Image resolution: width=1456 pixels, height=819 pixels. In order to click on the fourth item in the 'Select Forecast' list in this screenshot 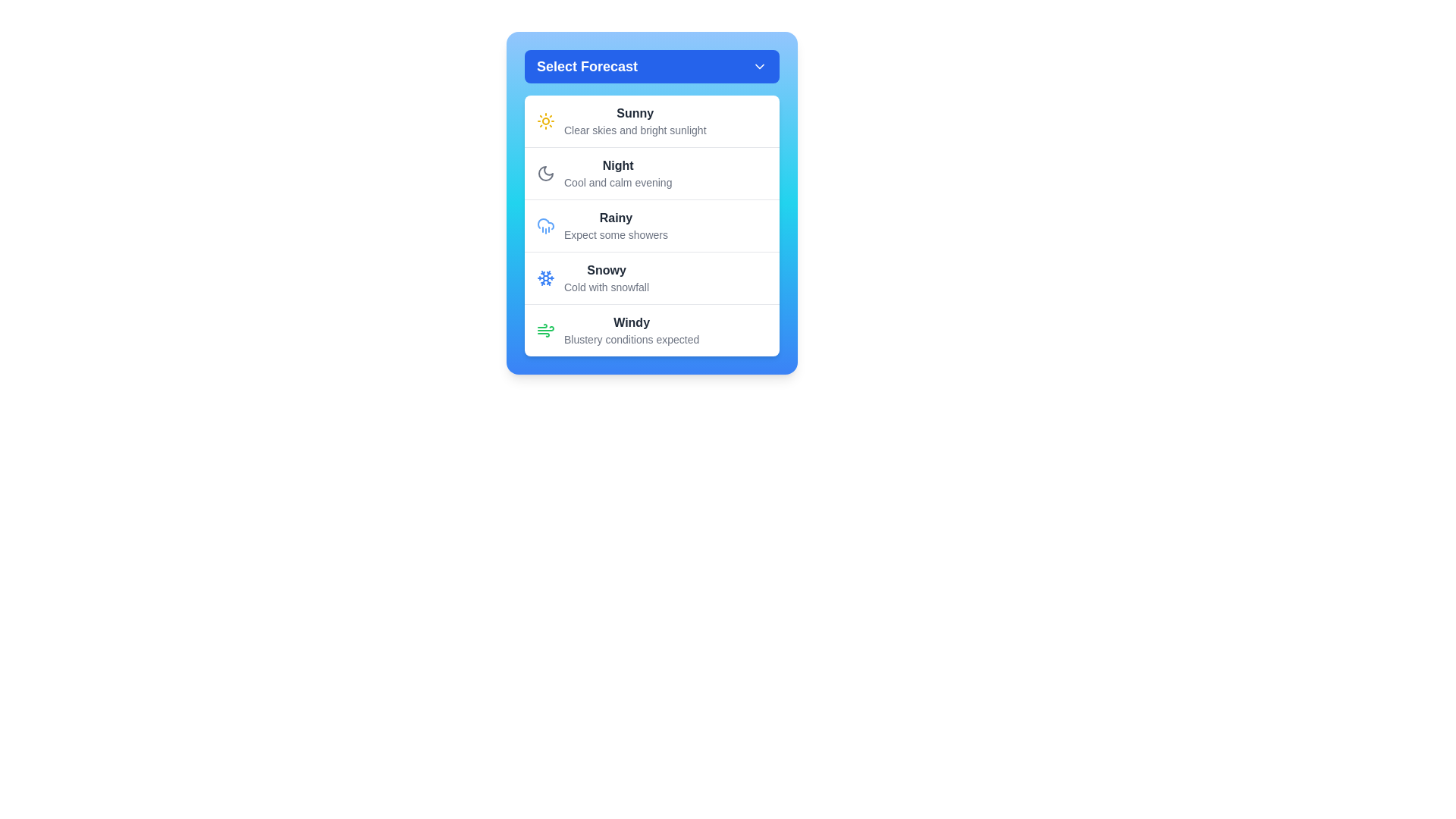, I will do `click(651, 278)`.